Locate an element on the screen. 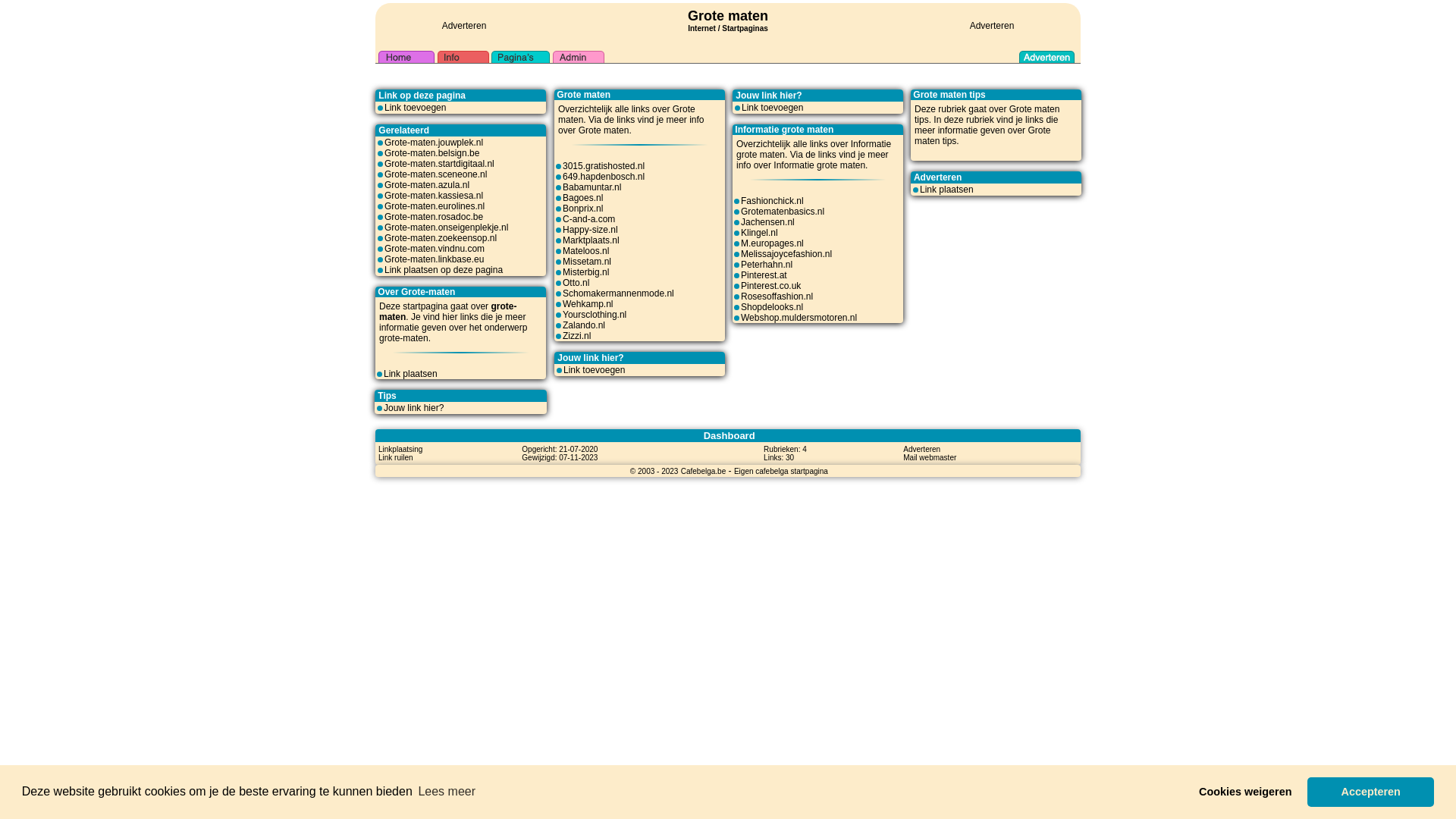  'Fashionchick.nl' is located at coordinates (772, 200).